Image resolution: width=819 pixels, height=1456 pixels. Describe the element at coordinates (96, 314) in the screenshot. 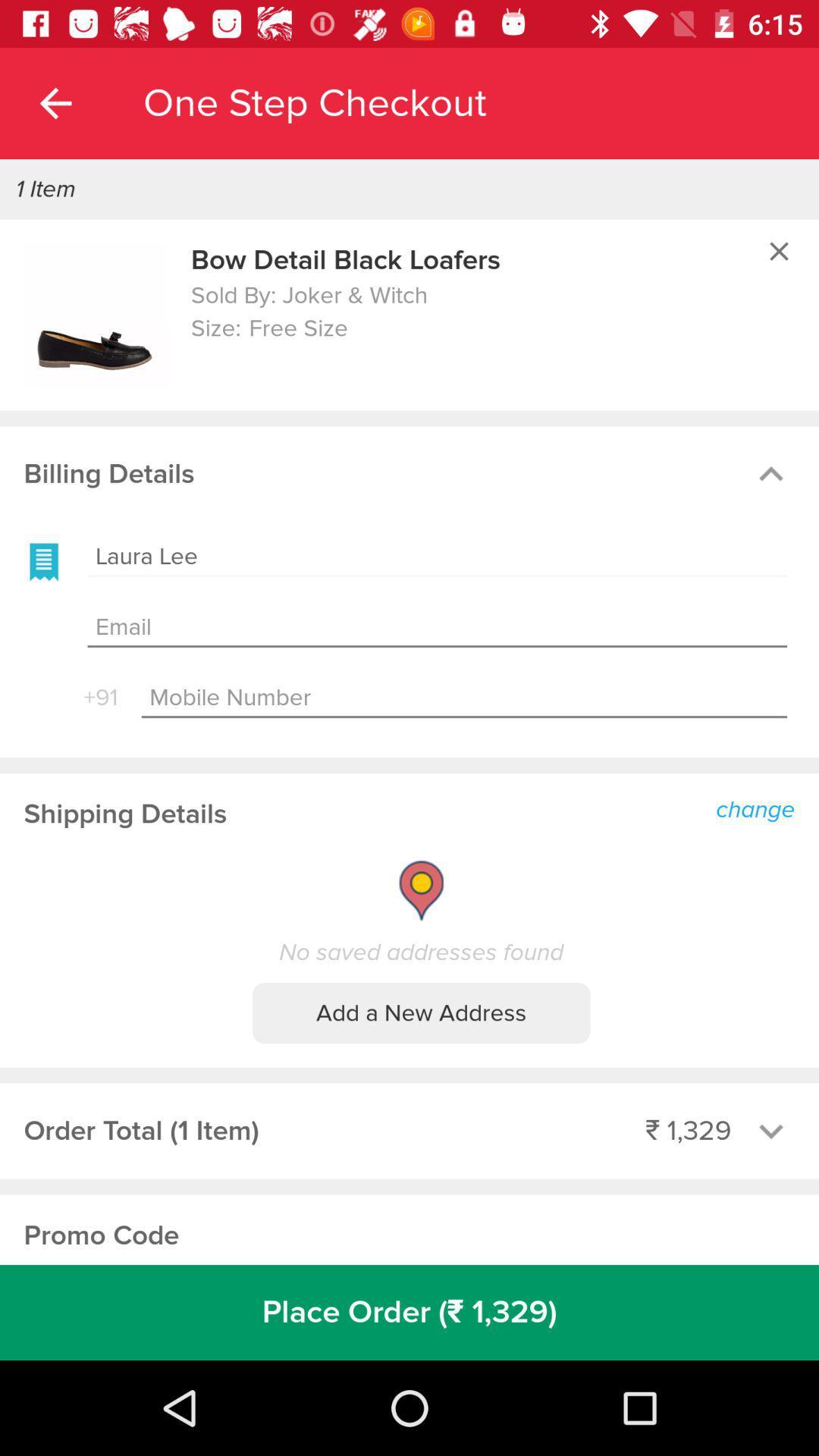

I see `icon to the left of bow detail black item` at that location.